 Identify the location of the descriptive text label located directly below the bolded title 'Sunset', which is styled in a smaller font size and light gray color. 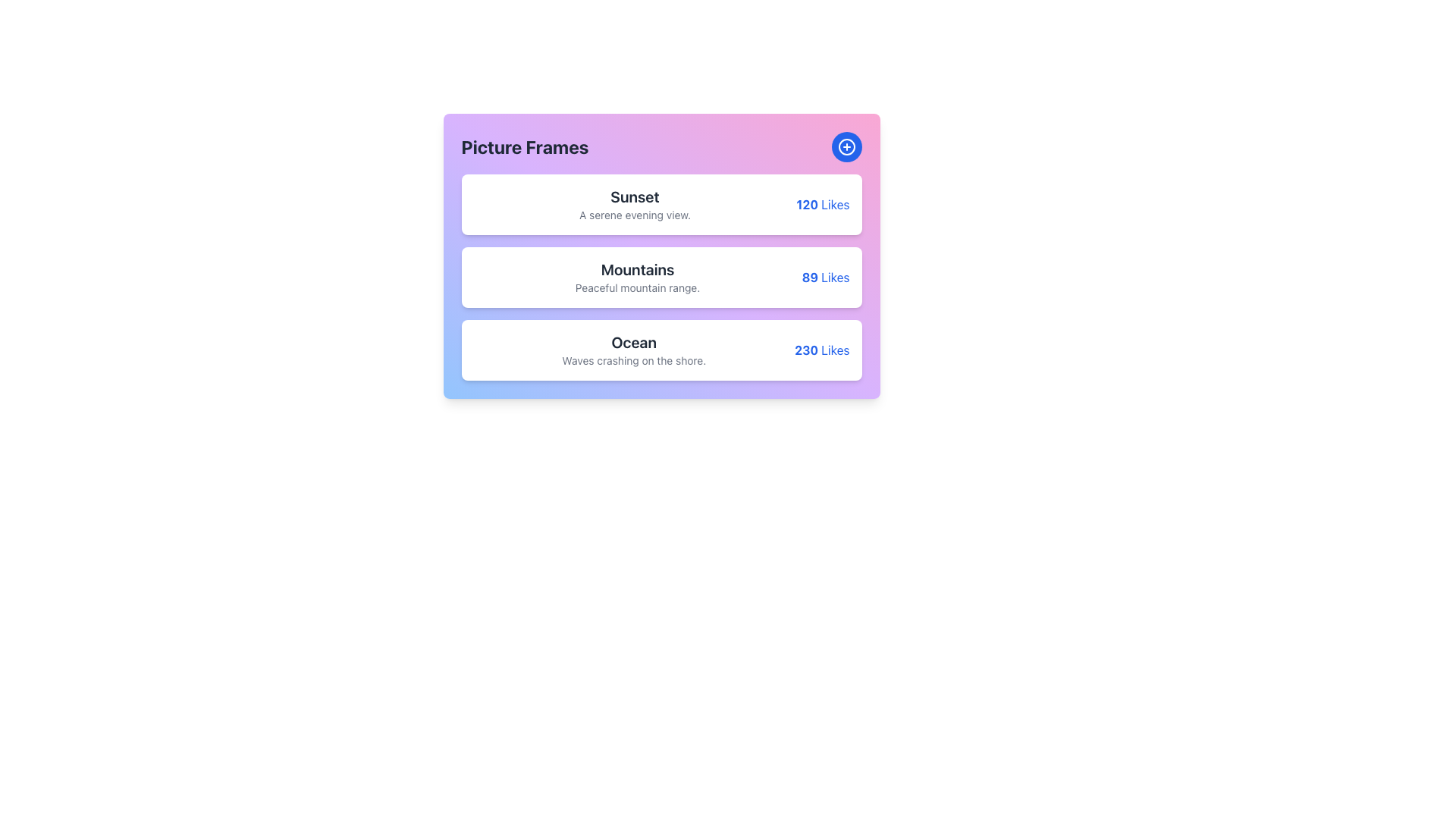
(635, 215).